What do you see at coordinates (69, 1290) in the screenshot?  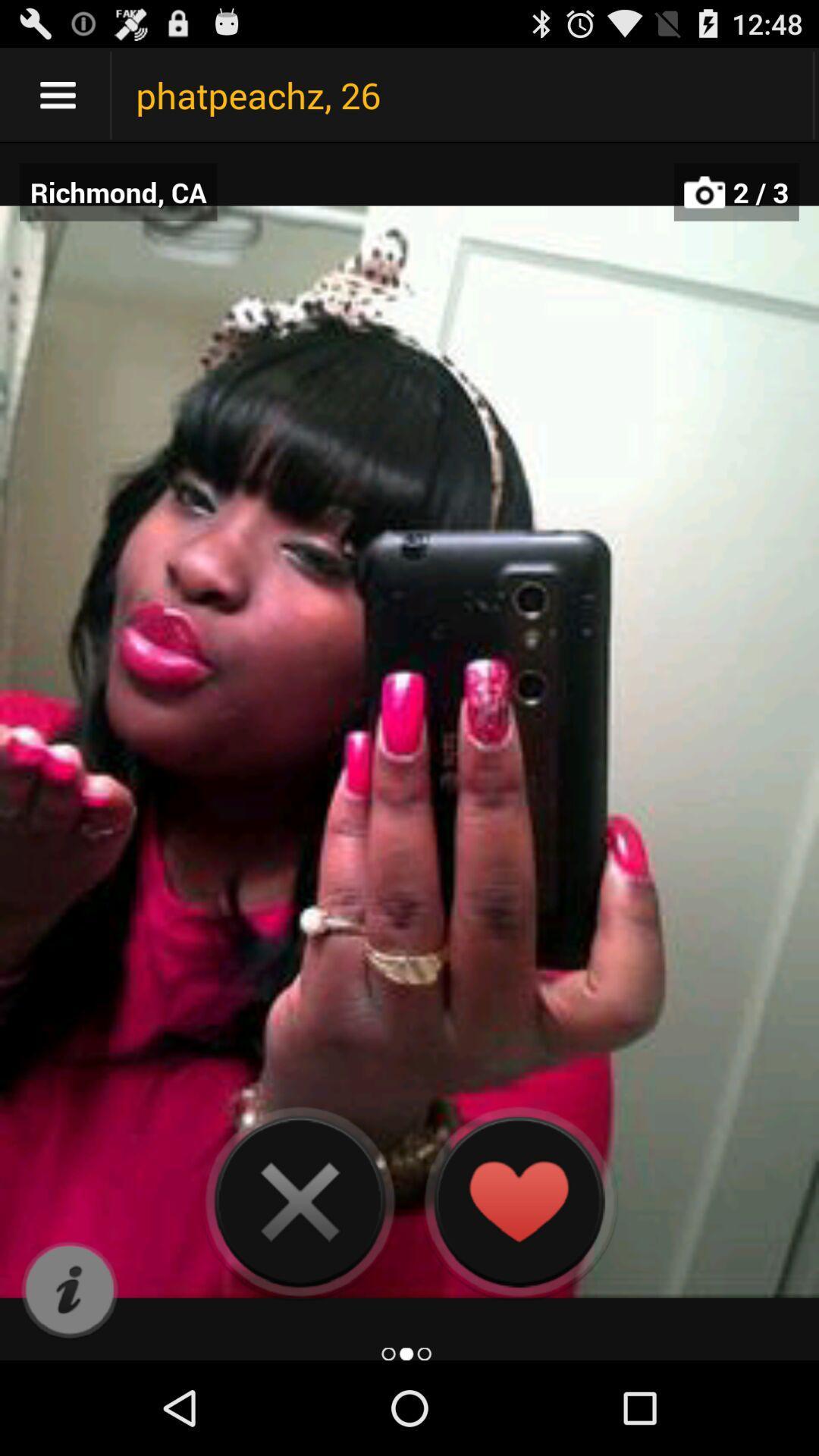 I see `choose more info option` at bounding box center [69, 1290].